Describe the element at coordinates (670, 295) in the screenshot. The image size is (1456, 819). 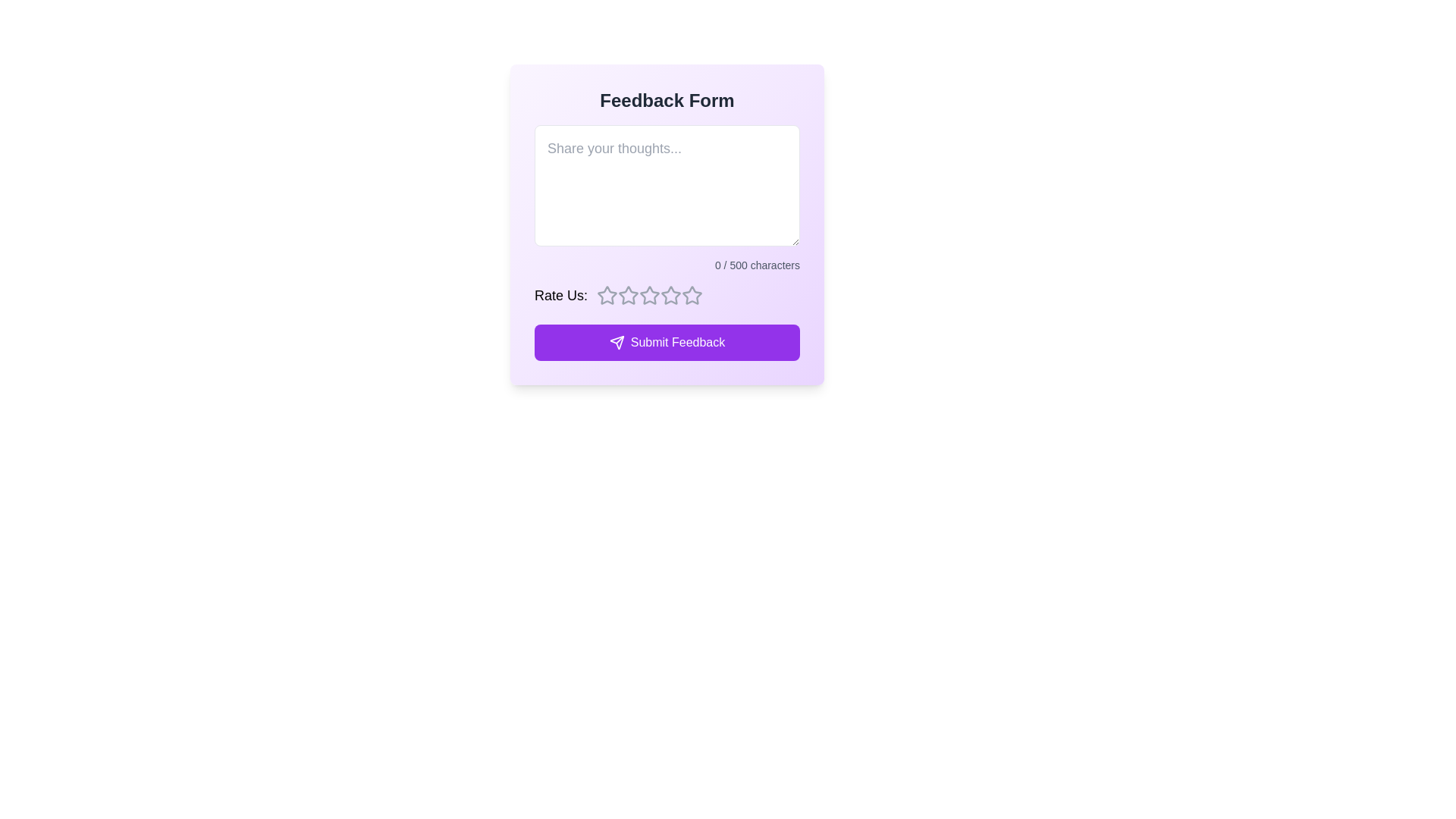
I see `the fifth rating star icon in the 'Rate Us:' section of the Feedback Form` at that location.